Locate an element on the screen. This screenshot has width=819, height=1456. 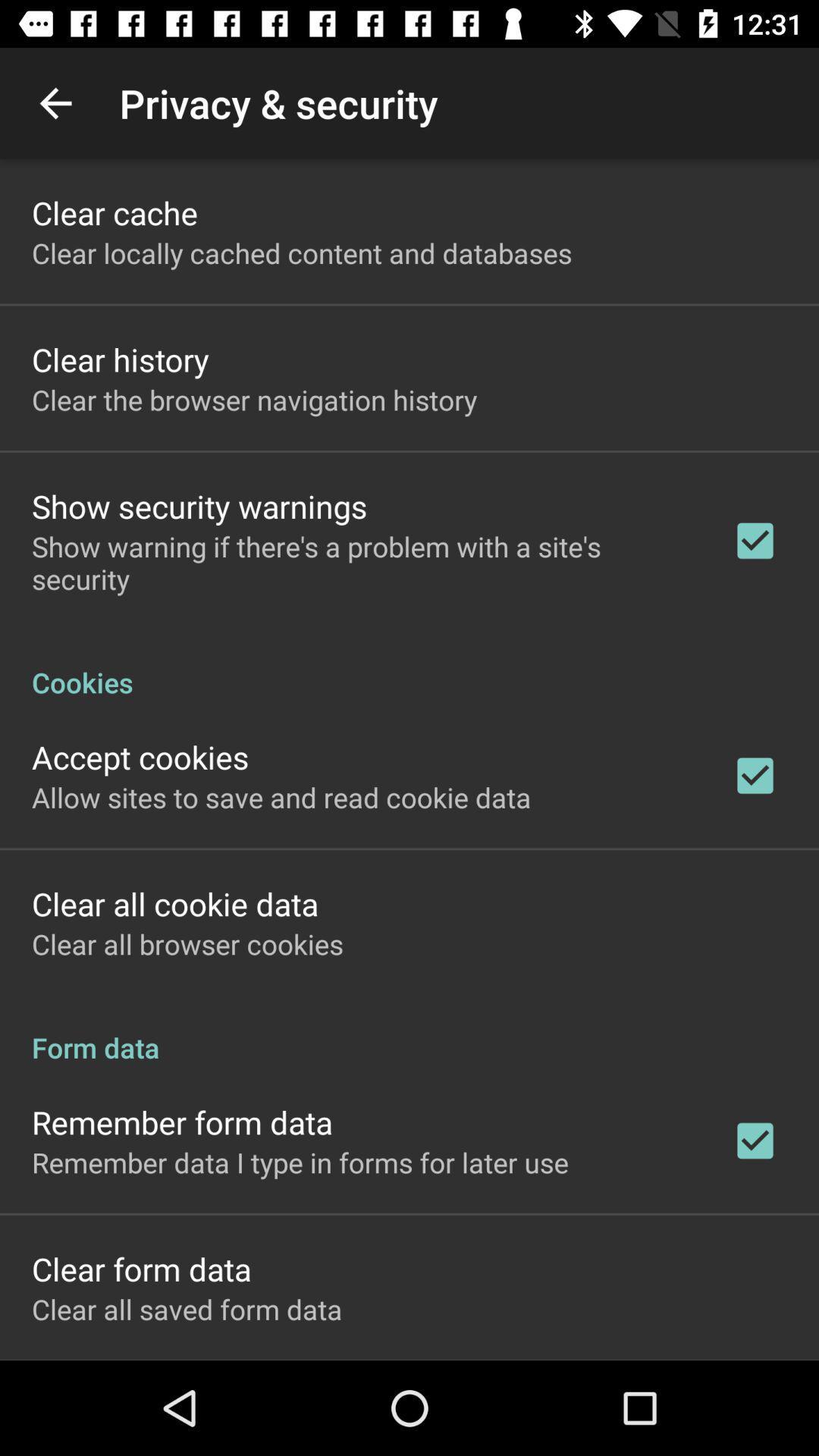
show warning if is located at coordinates (362, 562).